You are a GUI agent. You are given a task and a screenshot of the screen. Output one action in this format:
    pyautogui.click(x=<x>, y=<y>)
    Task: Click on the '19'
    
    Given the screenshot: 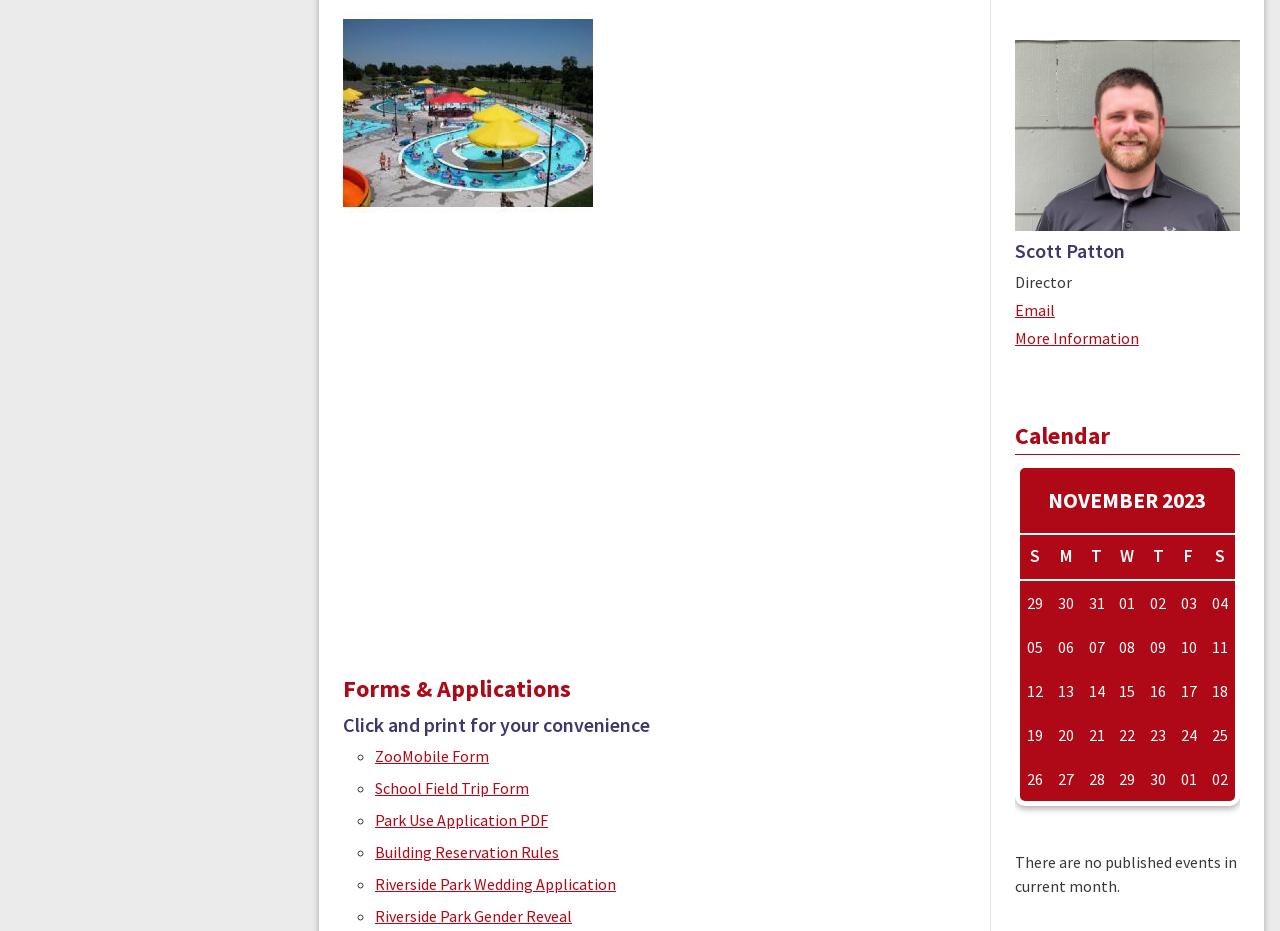 What is the action you would take?
    pyautogui.click(x=1035, y=735)
    